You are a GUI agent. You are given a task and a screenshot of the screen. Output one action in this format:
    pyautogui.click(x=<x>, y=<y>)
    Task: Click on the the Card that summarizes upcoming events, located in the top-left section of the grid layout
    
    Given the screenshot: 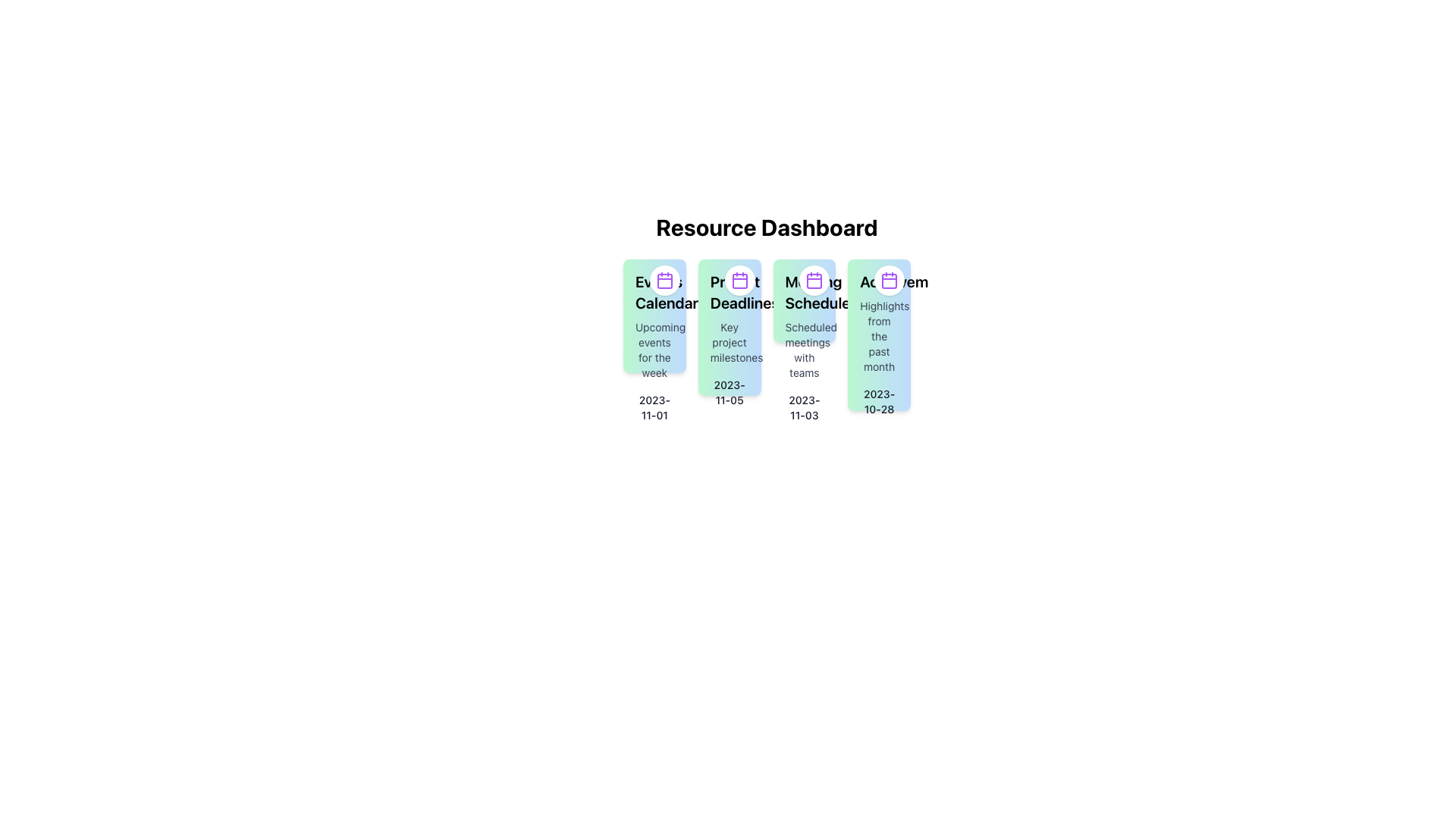 What is the action you would take?
    pyautogui.click(x=654, y=315)
    